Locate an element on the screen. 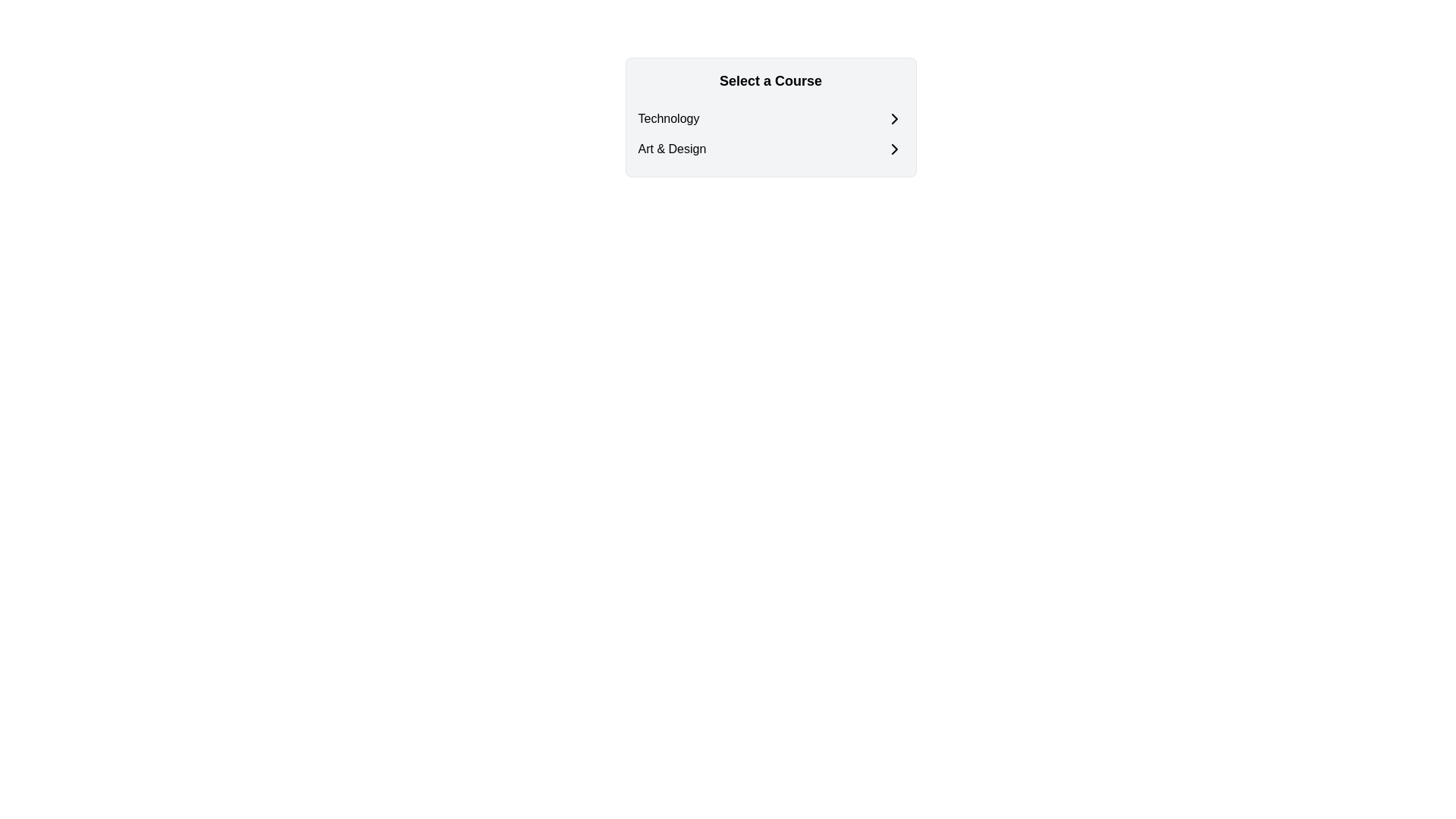 This screenshot has width=1456, height=819. the rightward-pointing chevron icon, which is a small black arrow on a white background located at the far right of the 'Technology' row in the 'Select a Course' interface is located at coordinates (894, 118).